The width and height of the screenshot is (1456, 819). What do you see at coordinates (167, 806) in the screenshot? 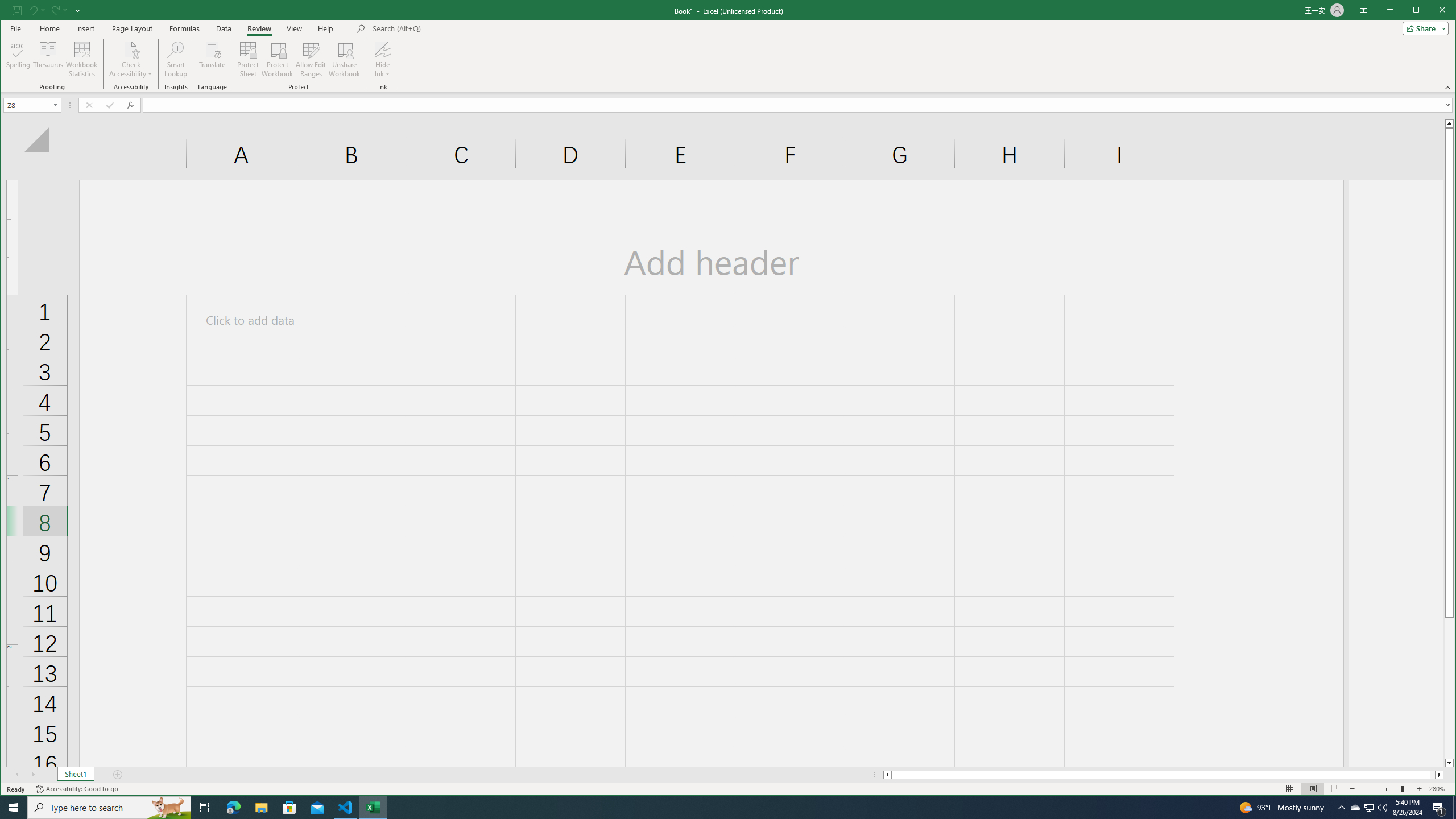
I see `'Search highlights icon opens search home window'` at bounding box center [167, 806].